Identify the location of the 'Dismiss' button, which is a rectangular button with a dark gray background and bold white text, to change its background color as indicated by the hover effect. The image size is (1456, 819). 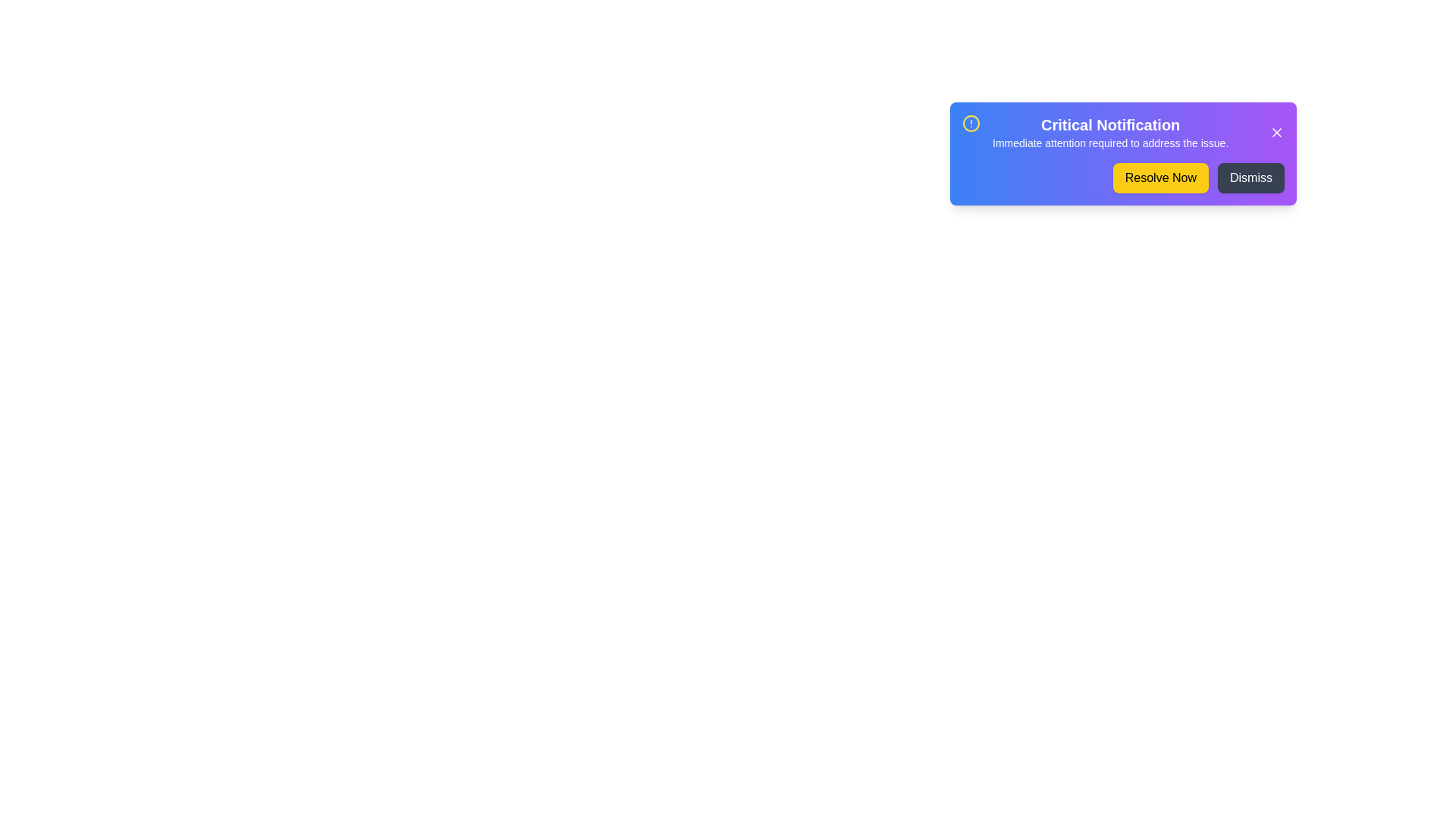
(1251, 177).